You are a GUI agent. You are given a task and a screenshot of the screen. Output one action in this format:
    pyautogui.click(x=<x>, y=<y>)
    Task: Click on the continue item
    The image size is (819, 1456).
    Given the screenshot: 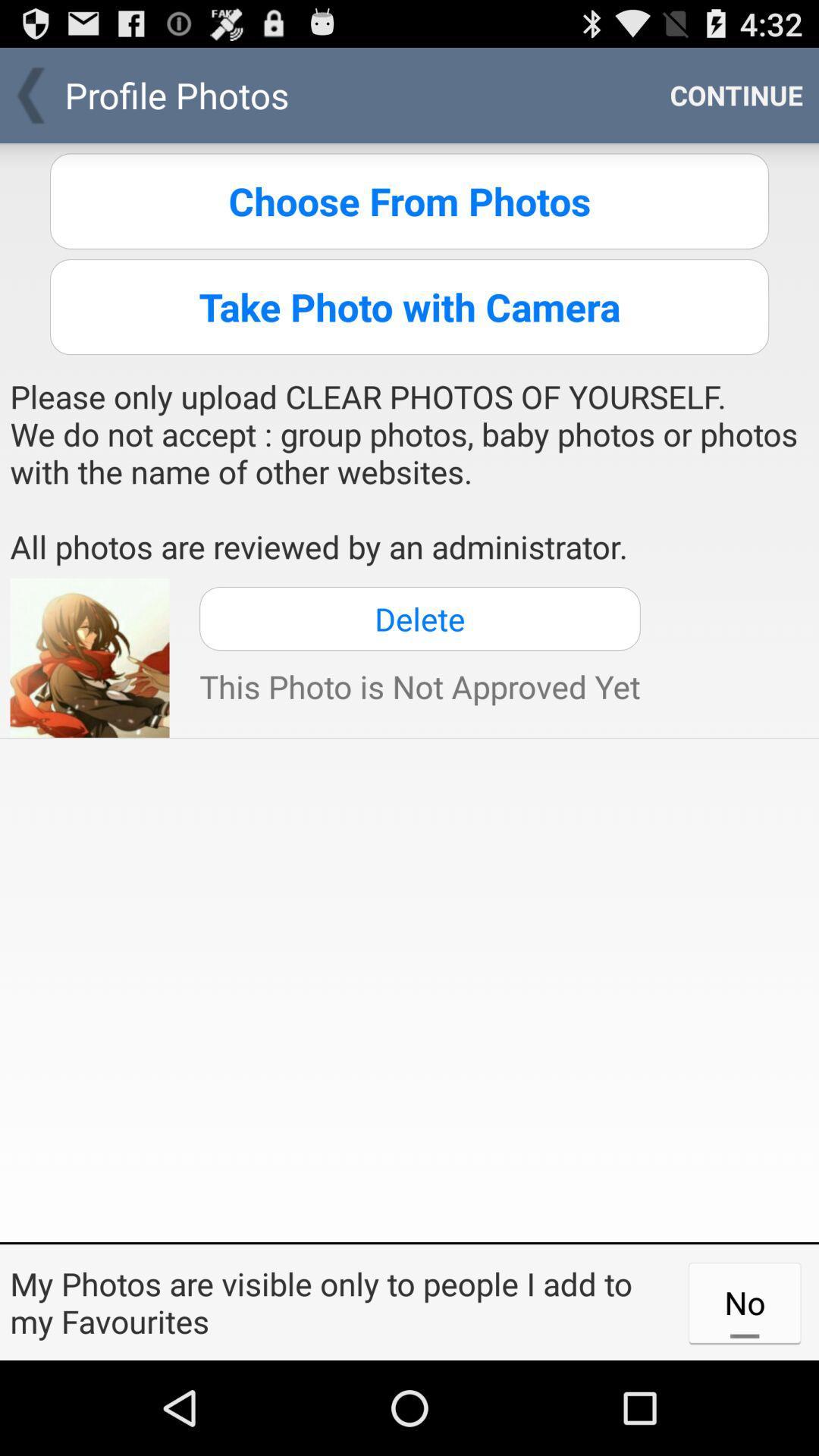 What is the action you would take?
    pyautogui.click(x=736, y=94)
    